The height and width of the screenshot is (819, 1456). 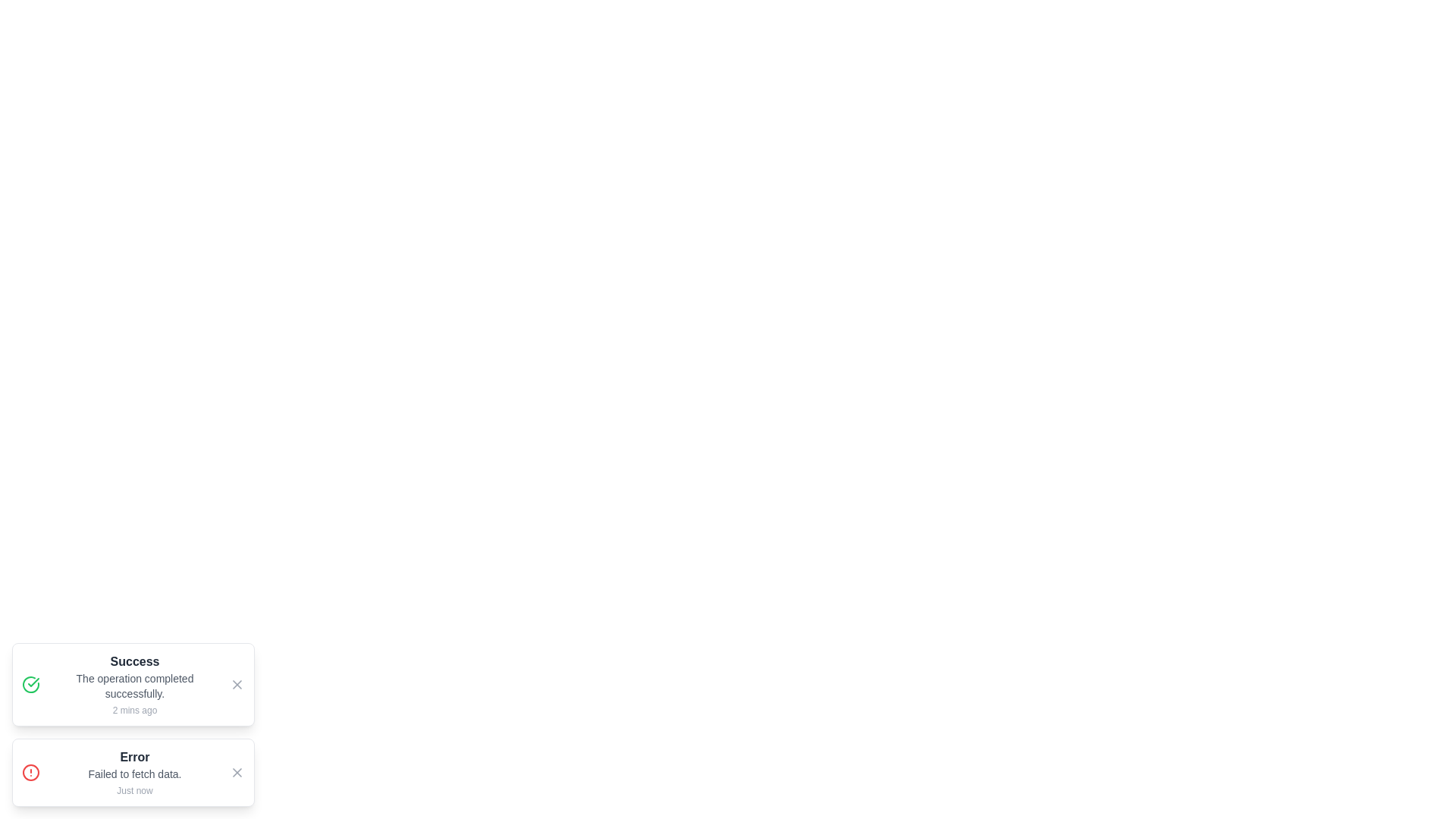 I want to click on the textual notification block displaying 'Success' with the description 'The operation completed successfully.', so click(x=134, y=684).